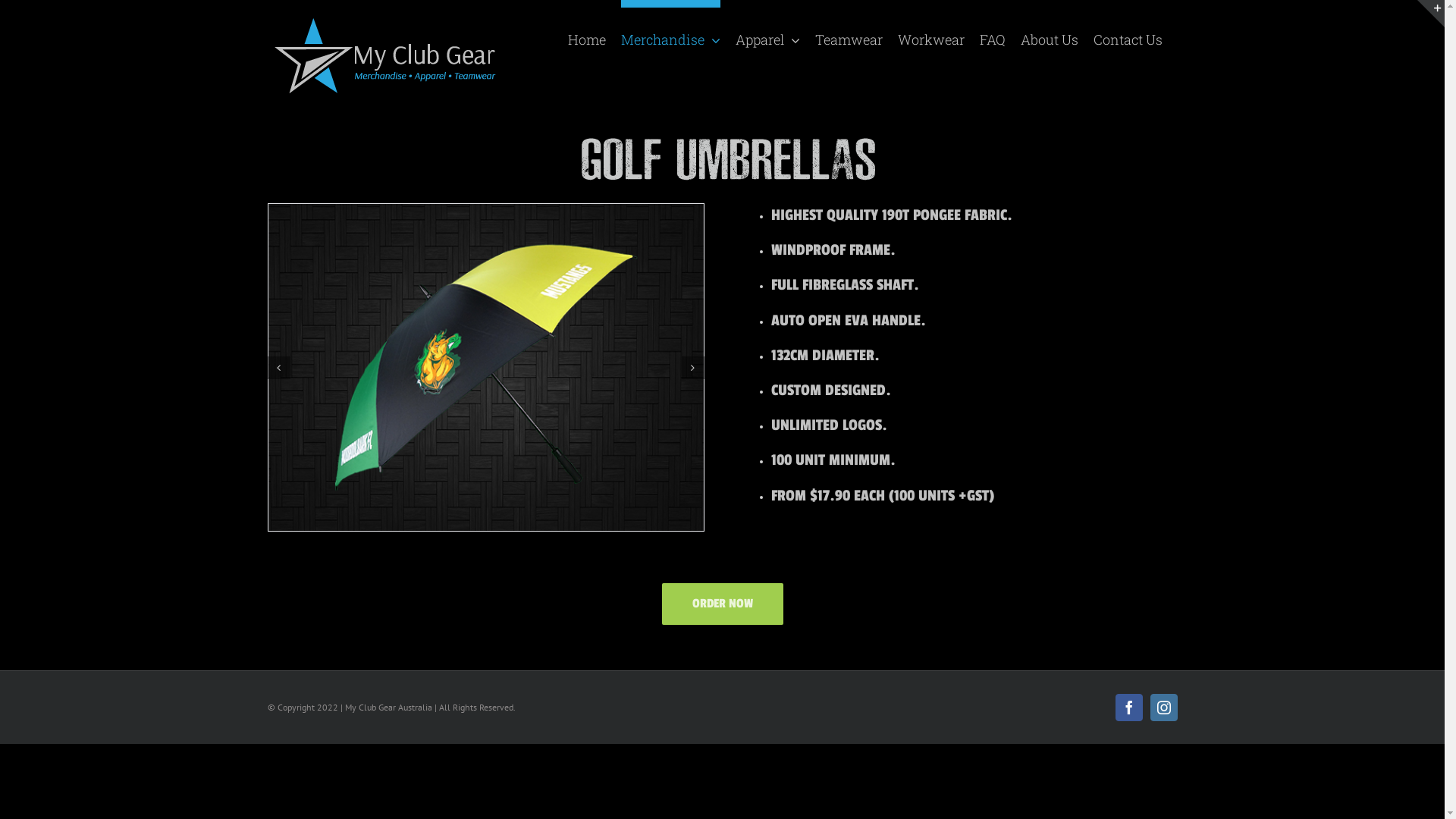  What do you see at coordinates (1093, 34) in the screenshot?
I see `'Contact Us'` at bounding box center [1093, 34].